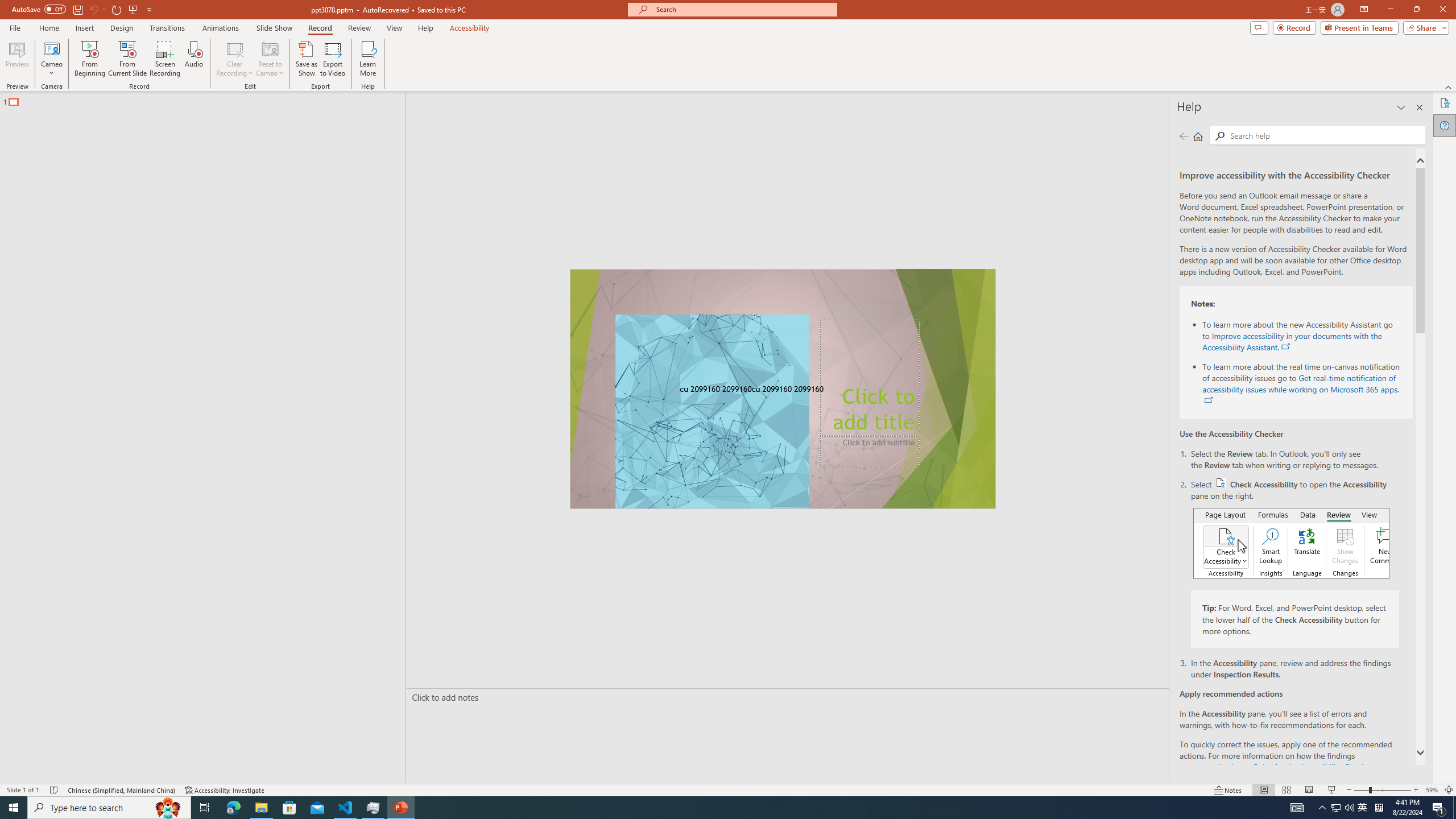 Image resolution: width=1456 pixels, height=819 pixels. Describe the element at coordinates (51, 59) in the screenshot. I see `'Cameo'` at that location.